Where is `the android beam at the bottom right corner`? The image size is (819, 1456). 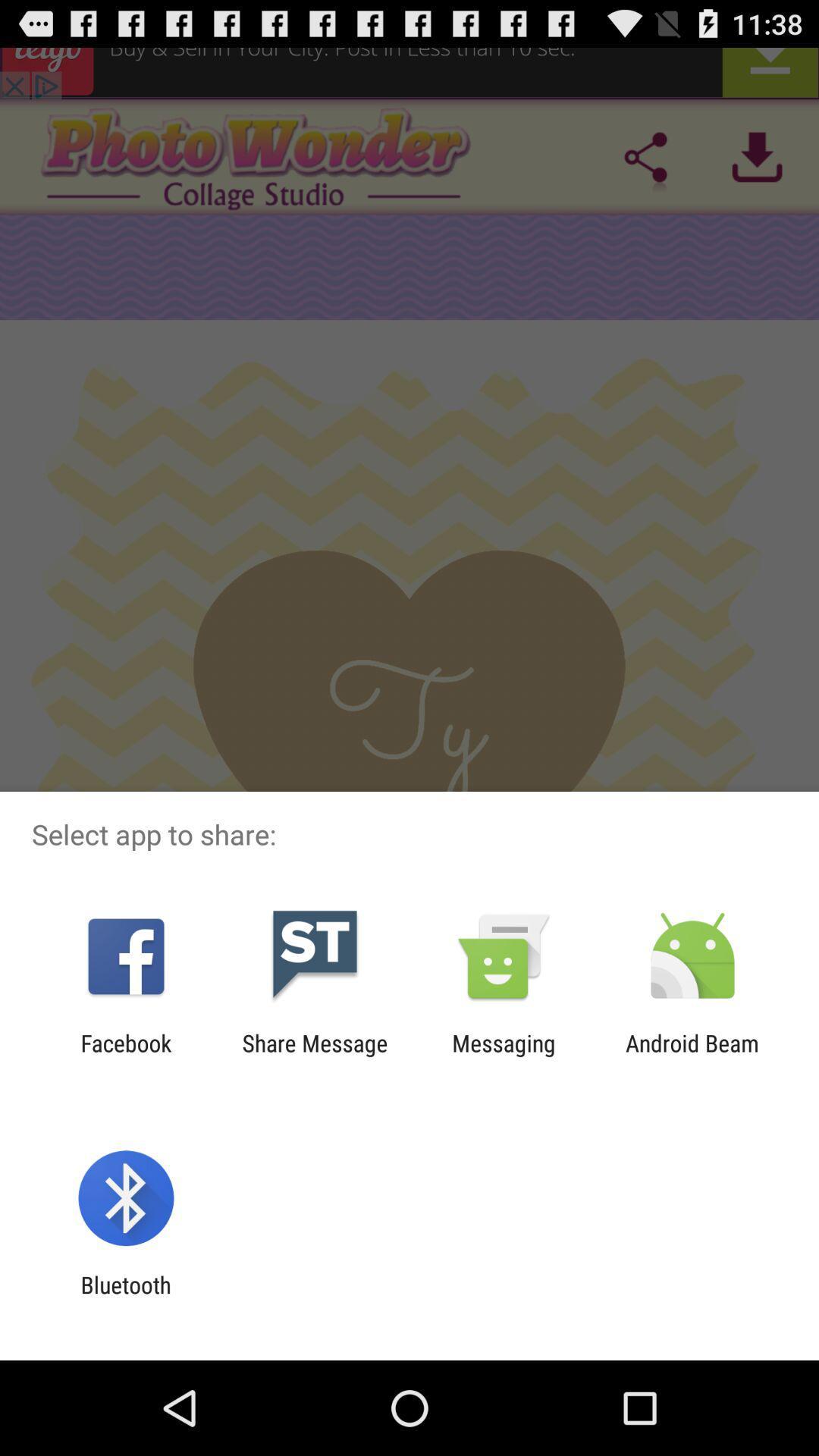
the android beam at the bottom right corner is located at coordinates (692, 1056).